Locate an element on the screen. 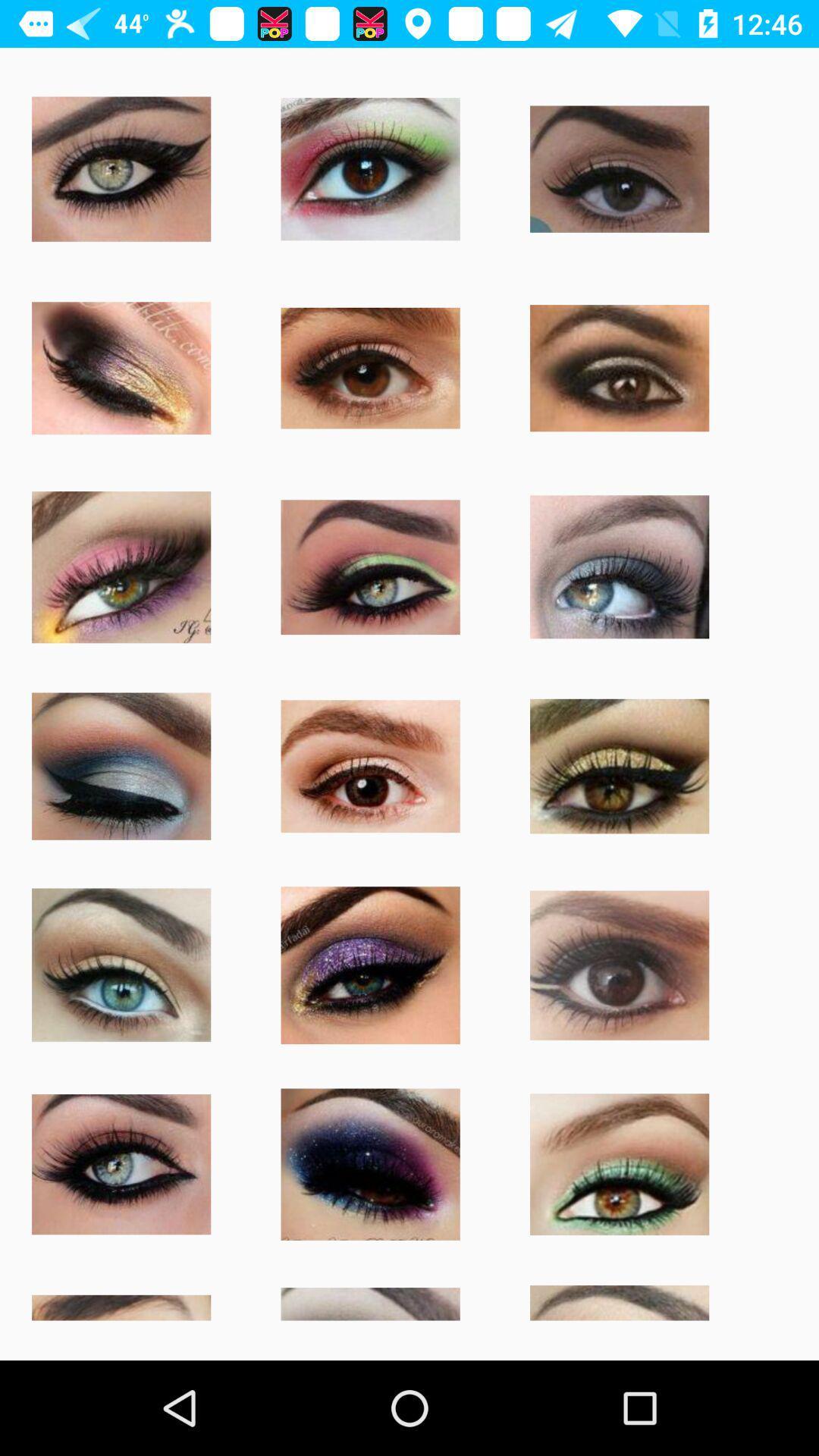 This screenshot has height=1456, width=819. seventh row first image is located at coordinates (120, 1301).